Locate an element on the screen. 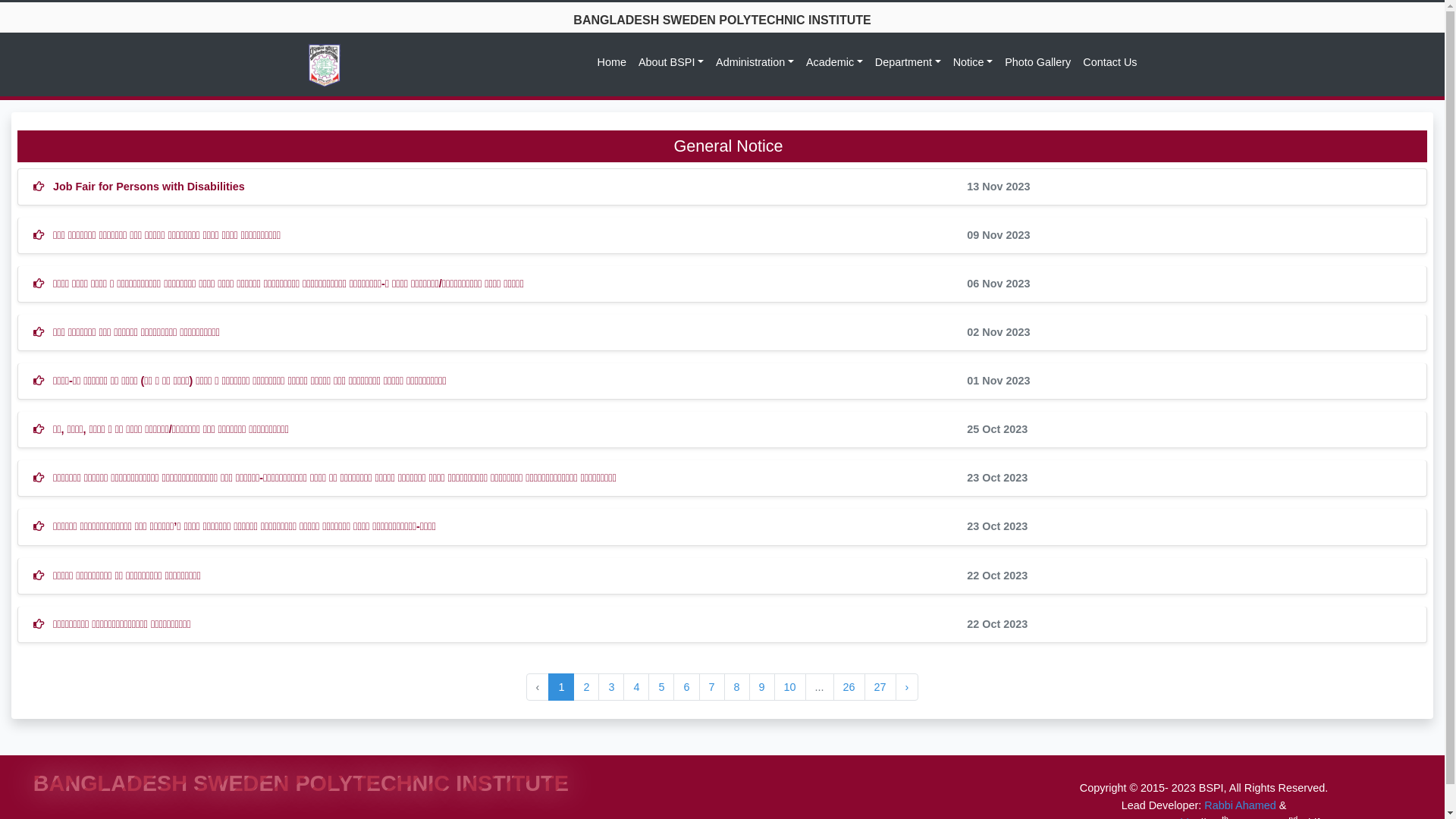 Image resolution: width=1456 pixels, height=819 pixels. '27' is located at coordinates (880, 687).